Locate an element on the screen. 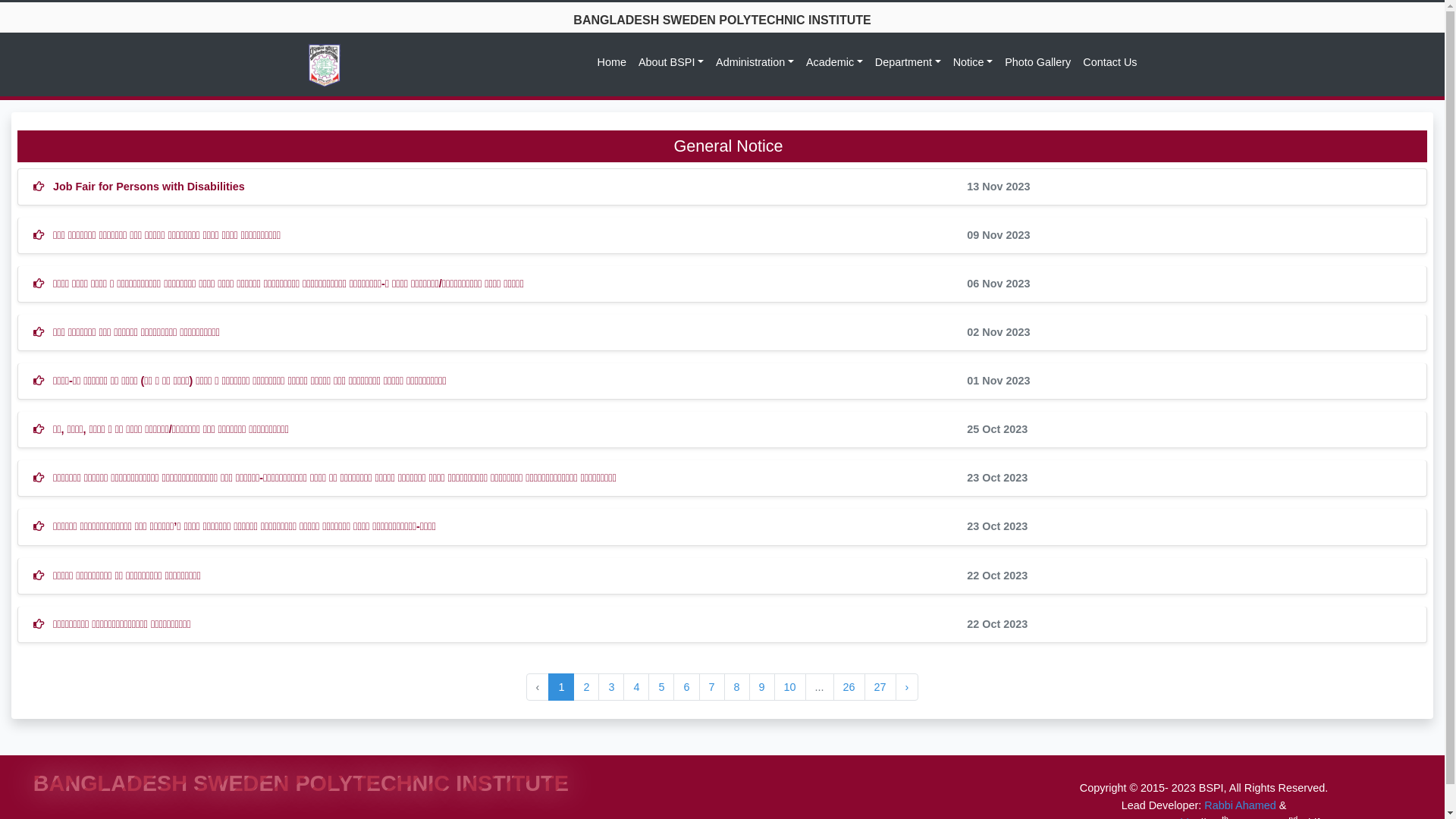 Image resolution: width=1456 pixels, height=819 pixels. '27' is located at coordinates (880, 687).